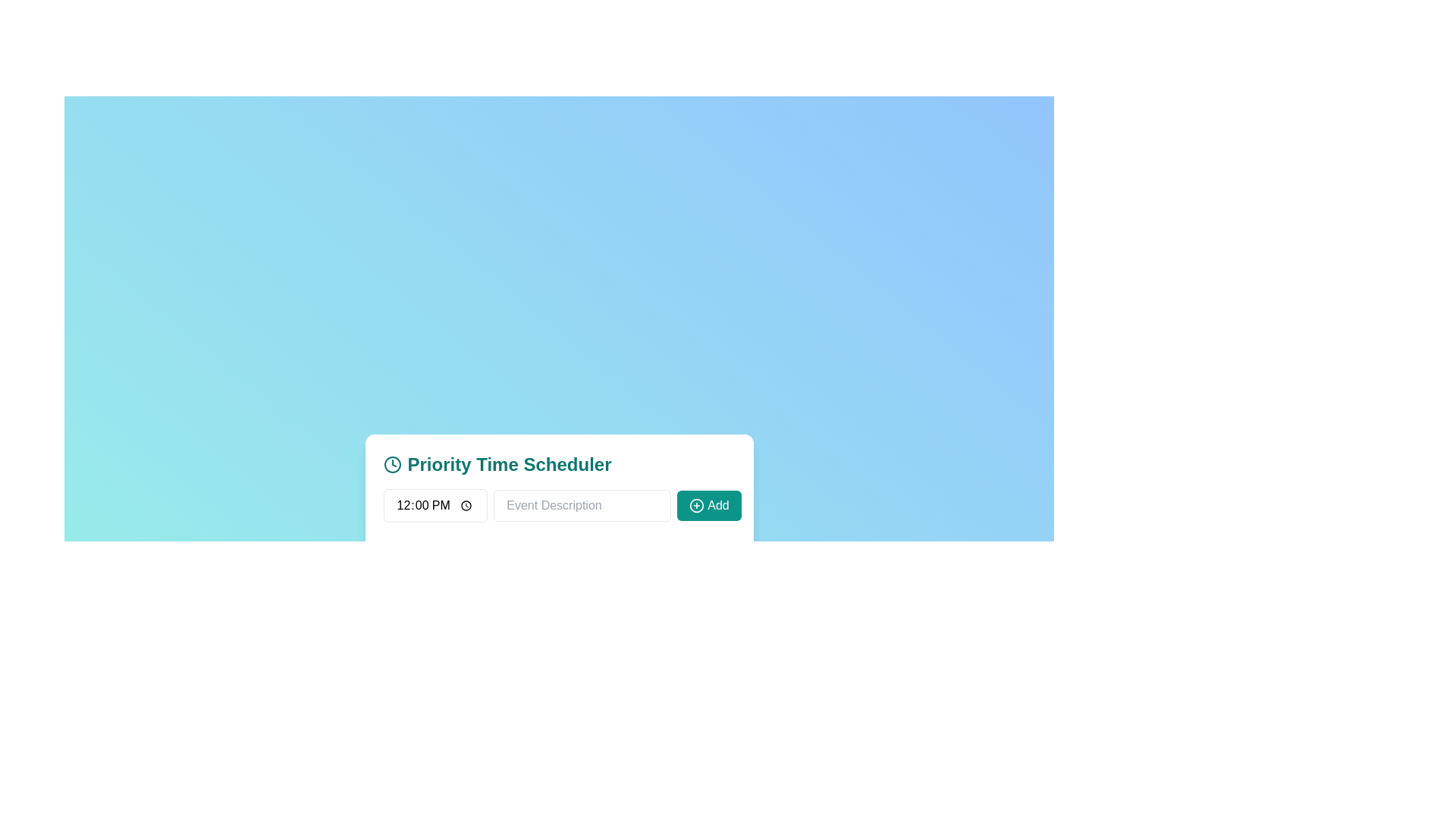 The width and height of the screenshot is (1456, 819). Describe the element at coordinates (558, 506) in the screenshot. I see `the 'Event Description' text input field to focus on it` at that location.